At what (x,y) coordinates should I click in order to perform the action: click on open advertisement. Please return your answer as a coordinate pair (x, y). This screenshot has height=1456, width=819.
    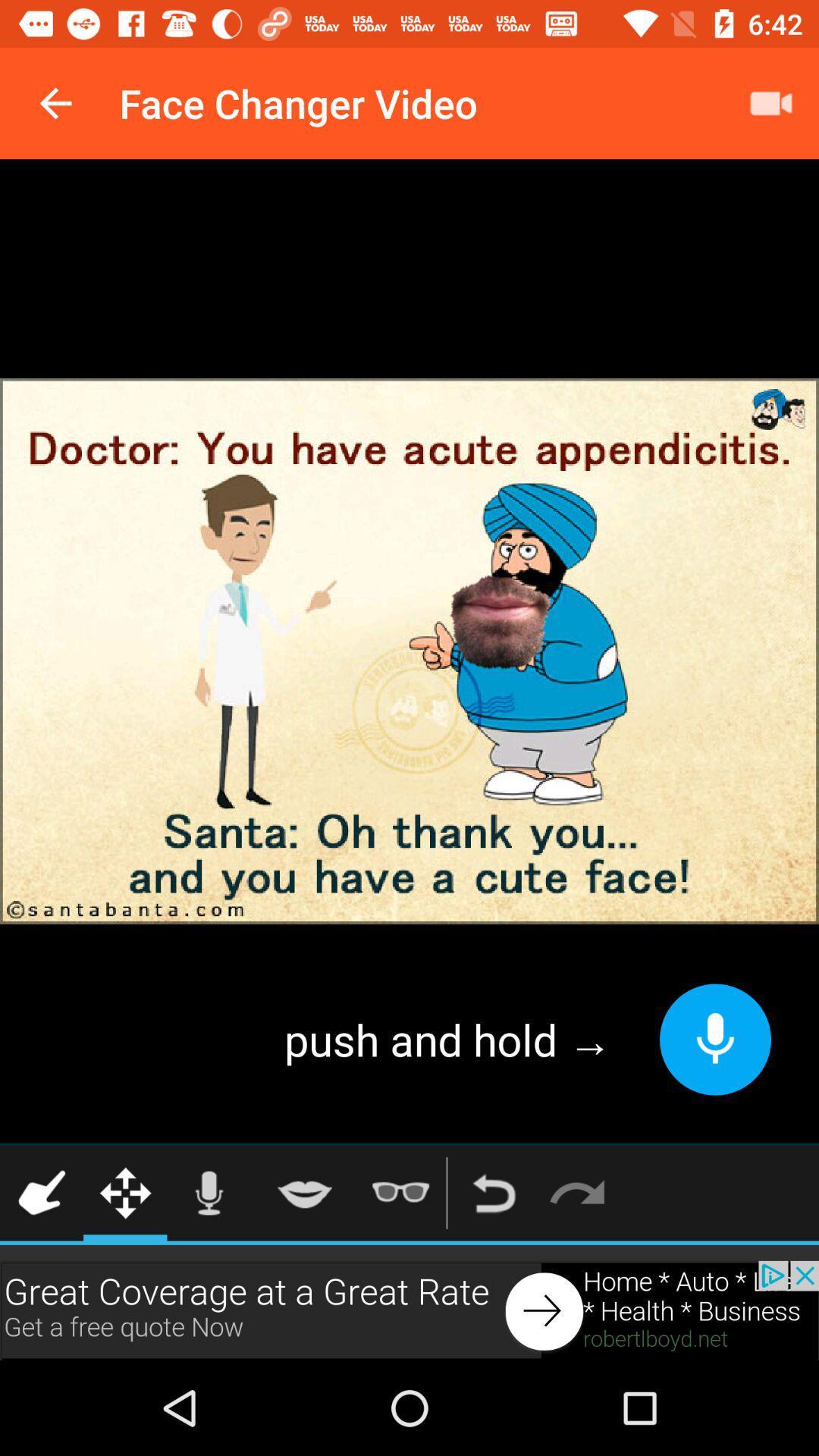
    Looking at the image, I should click on (409, 1310).